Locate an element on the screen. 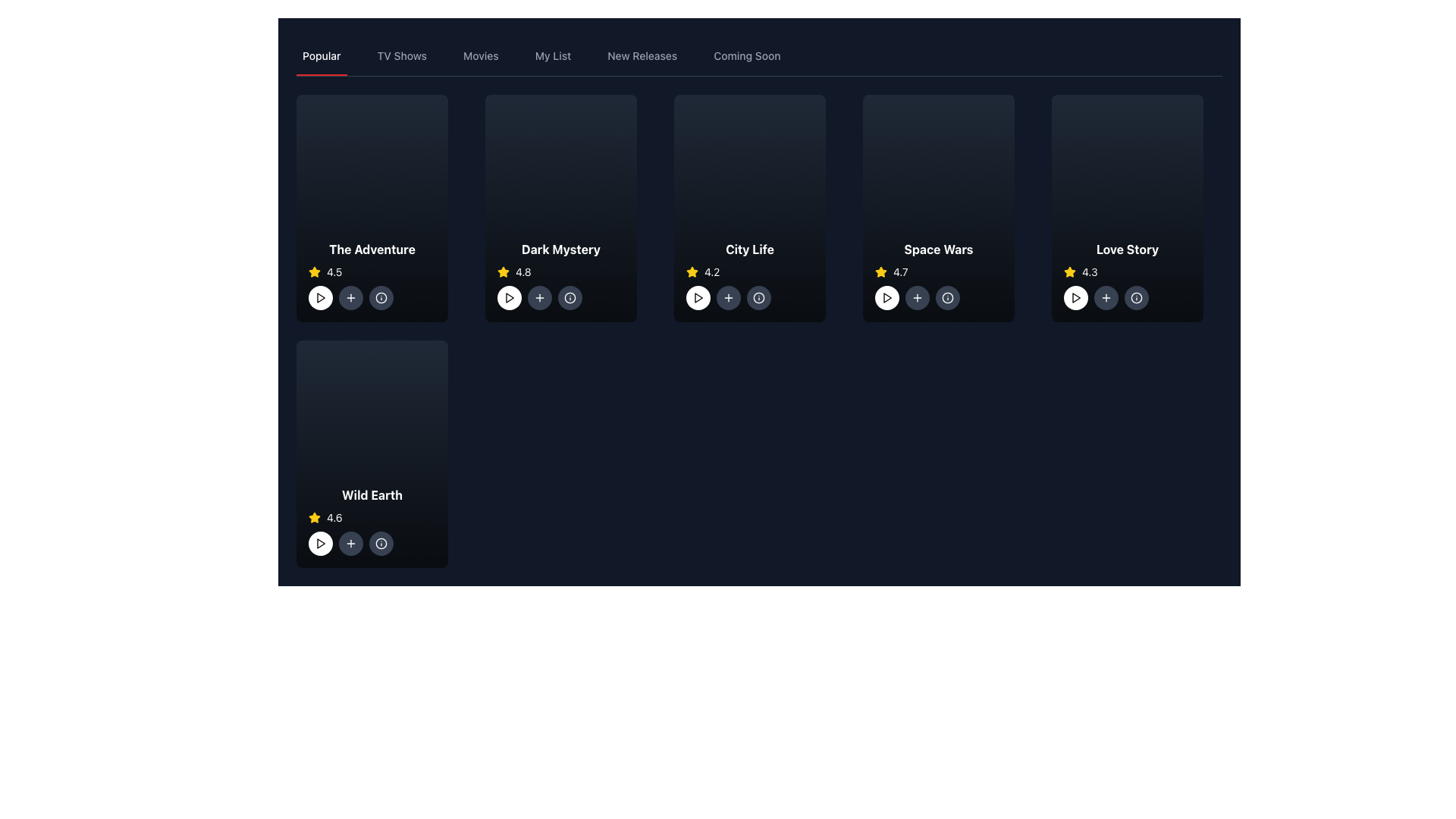 This screenshot has width=1456, height=819. the circular button with a dark gray background and a white plus symbol, located in the second position among three buttons below the 'Love Story' card is located at coordinates (1106, 298).